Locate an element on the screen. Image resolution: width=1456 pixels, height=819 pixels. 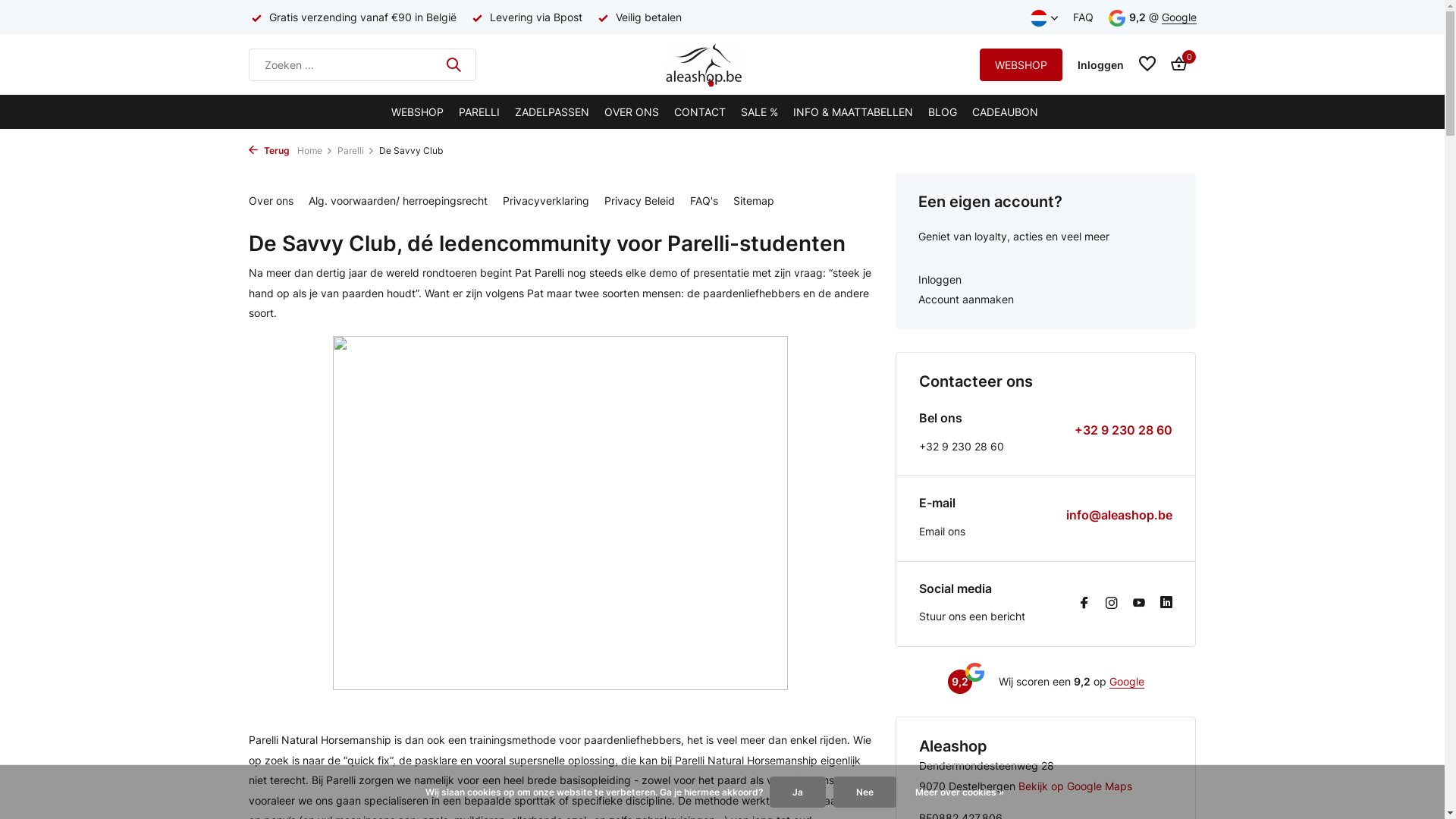
'SALE %' is located at coordinates (759, 111).